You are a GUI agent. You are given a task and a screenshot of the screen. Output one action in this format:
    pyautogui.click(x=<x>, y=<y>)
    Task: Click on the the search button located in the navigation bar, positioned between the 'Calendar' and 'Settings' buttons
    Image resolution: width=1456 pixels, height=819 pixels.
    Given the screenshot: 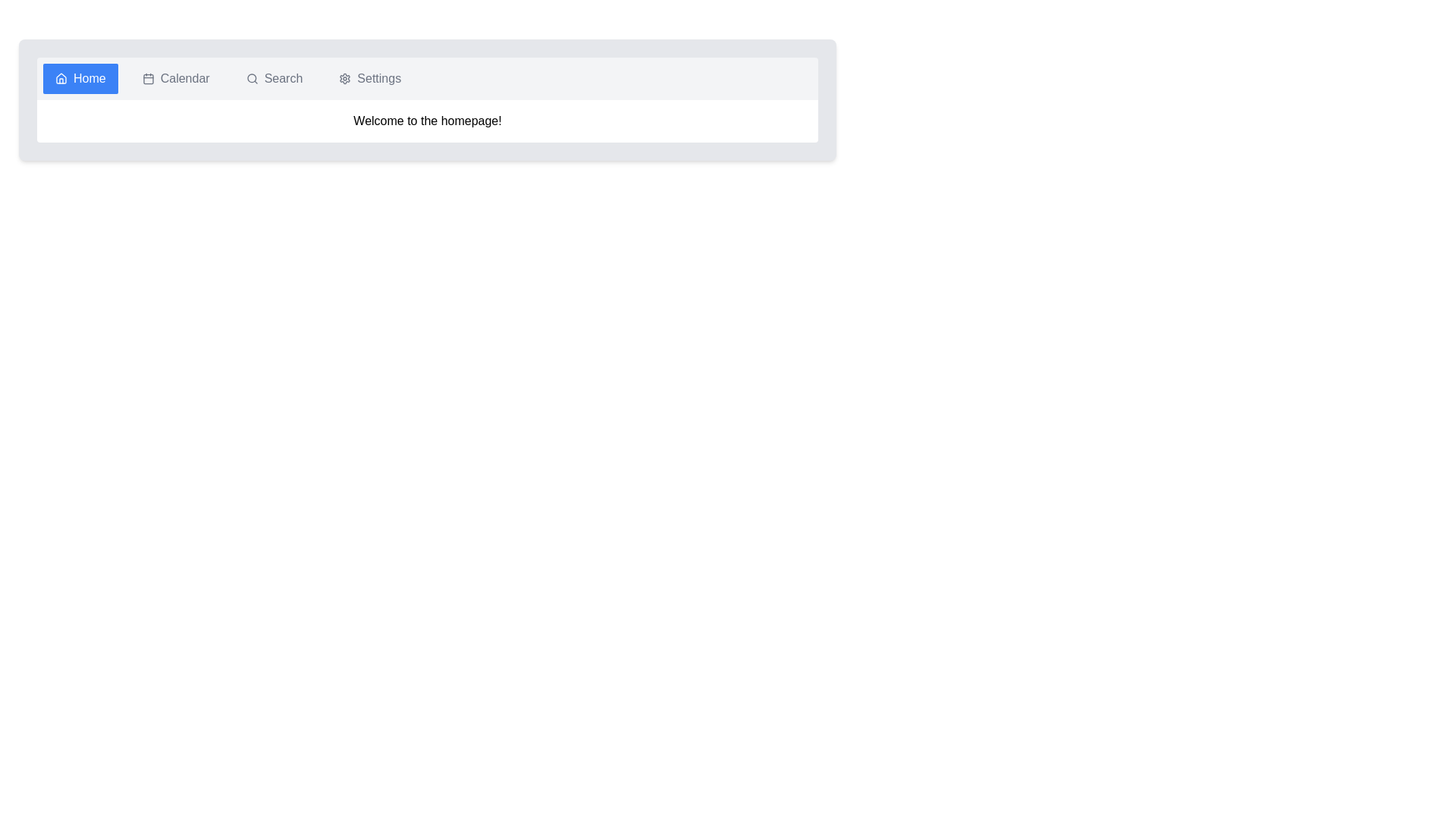 What is the action you would take?
    pyautogui.click(x=274, y=79)
    